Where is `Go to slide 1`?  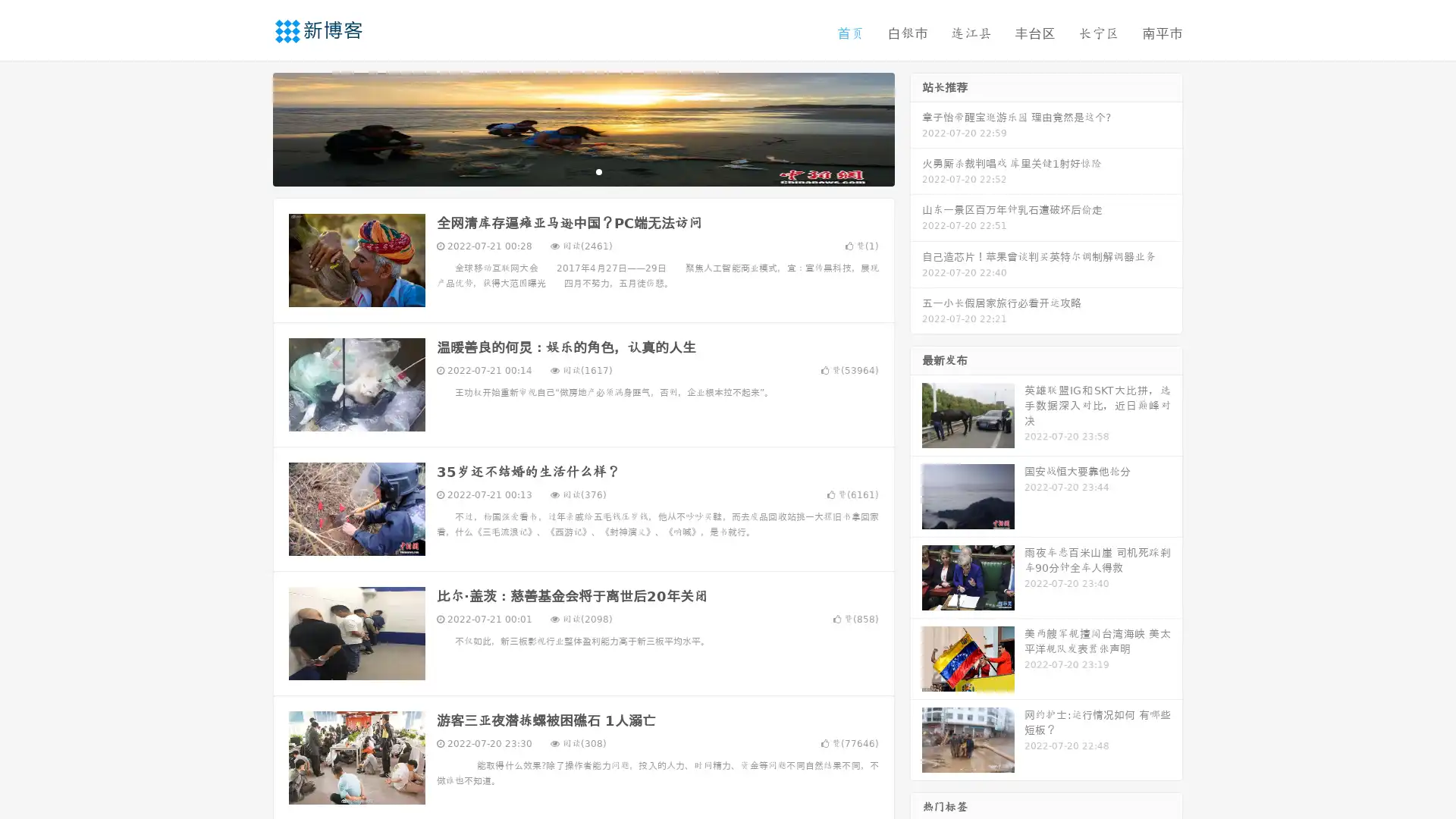 Go to slide 1 is located at coordinates (567, 171).